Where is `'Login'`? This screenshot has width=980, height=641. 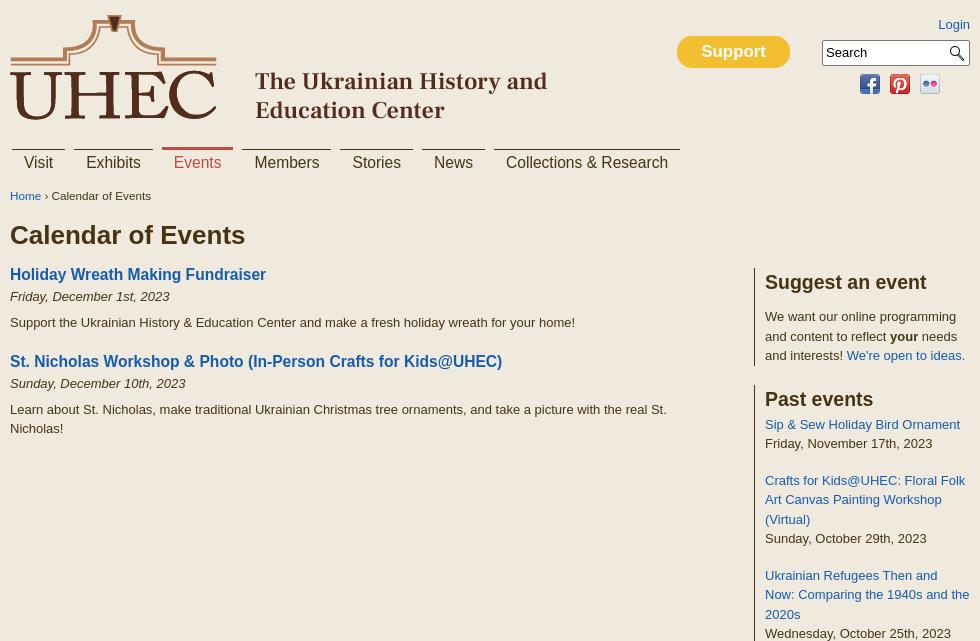 'Login' is located at coordinates (954, 24).